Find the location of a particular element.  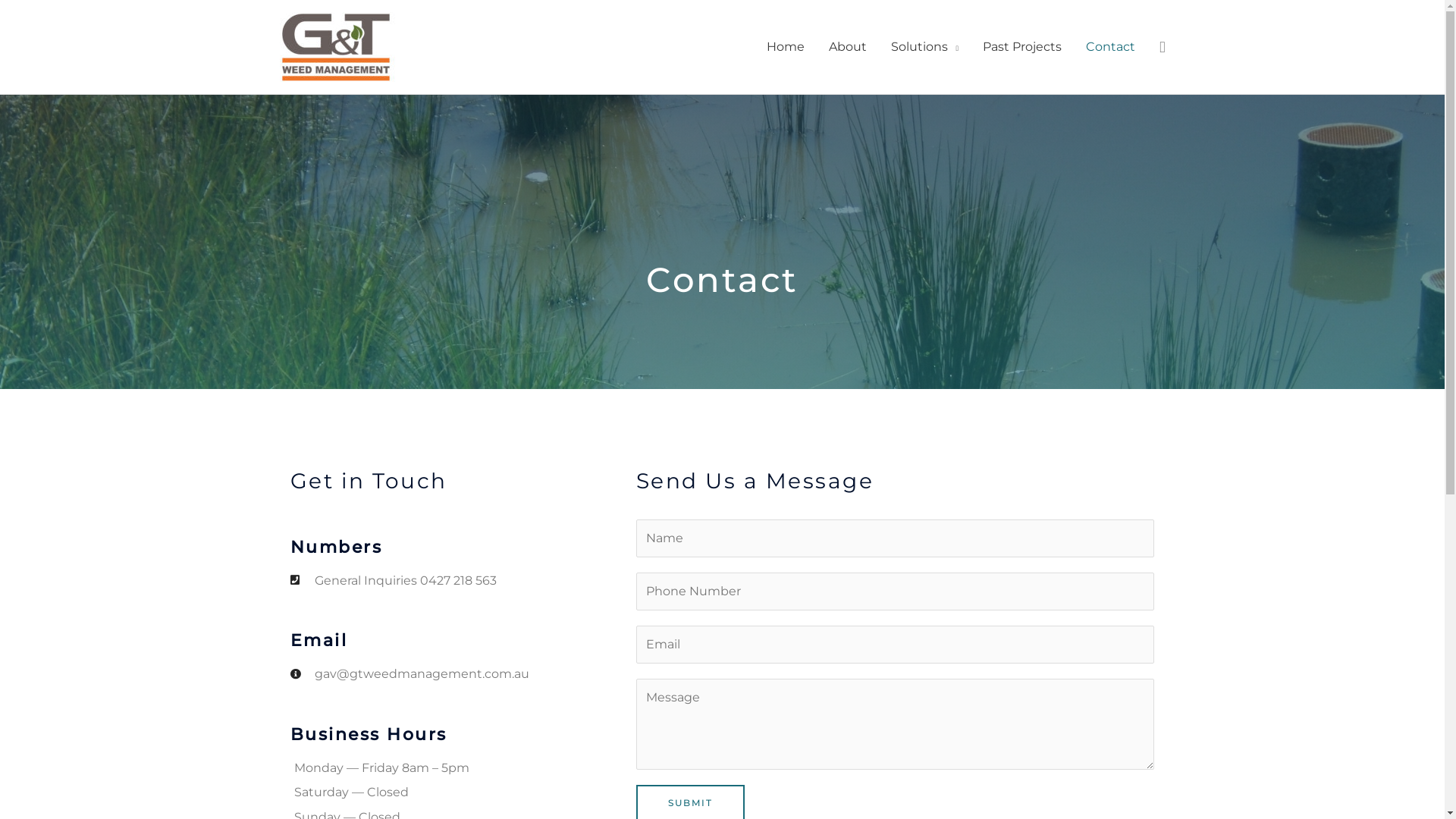

'gav@gtweedmanagement.com.au' is located at coordinates (461, 673).